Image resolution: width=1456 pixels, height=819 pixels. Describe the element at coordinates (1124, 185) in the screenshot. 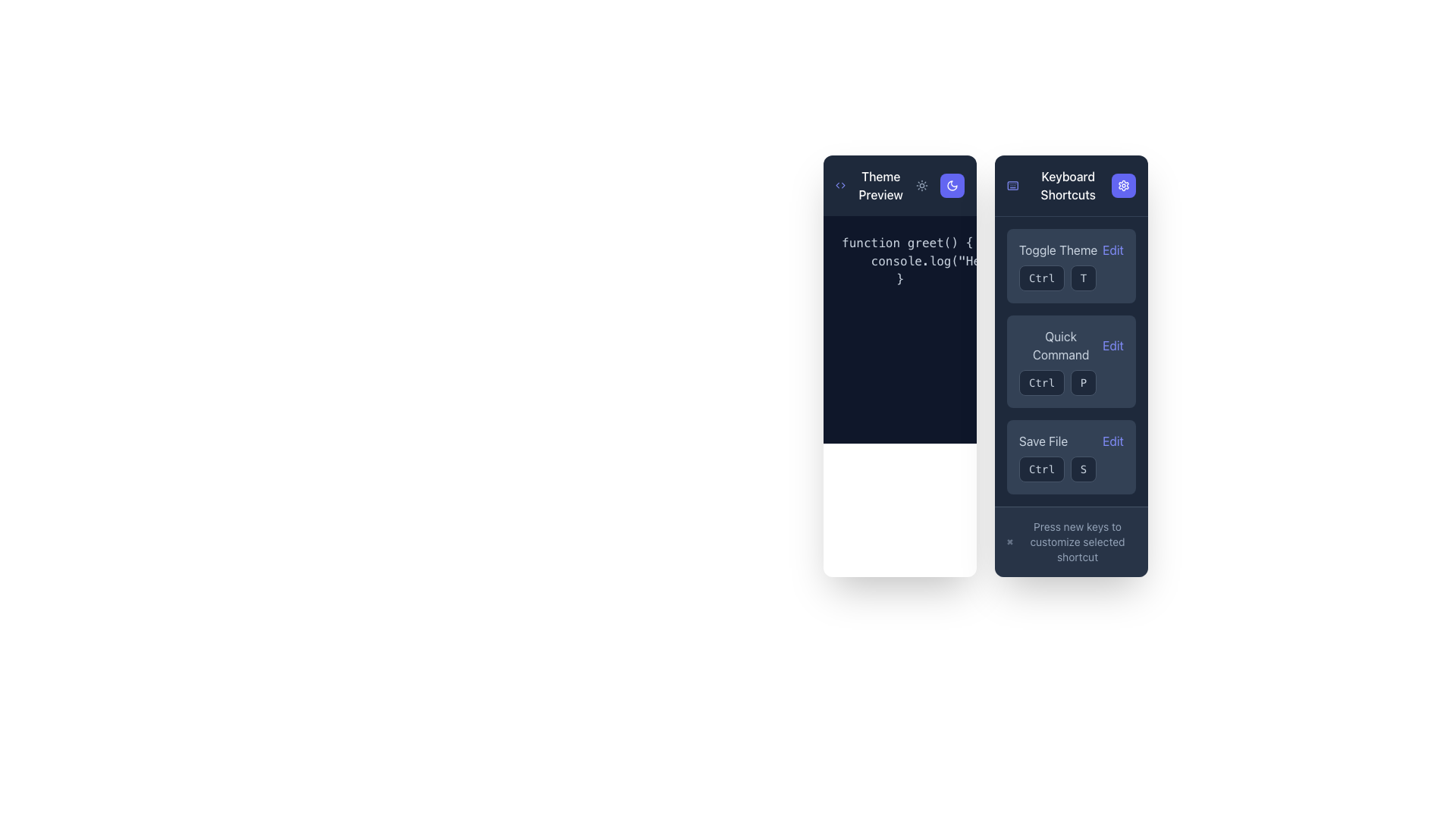

I see `the square-shaped button with a white gear icon on a vibrant indigo background` at that location.